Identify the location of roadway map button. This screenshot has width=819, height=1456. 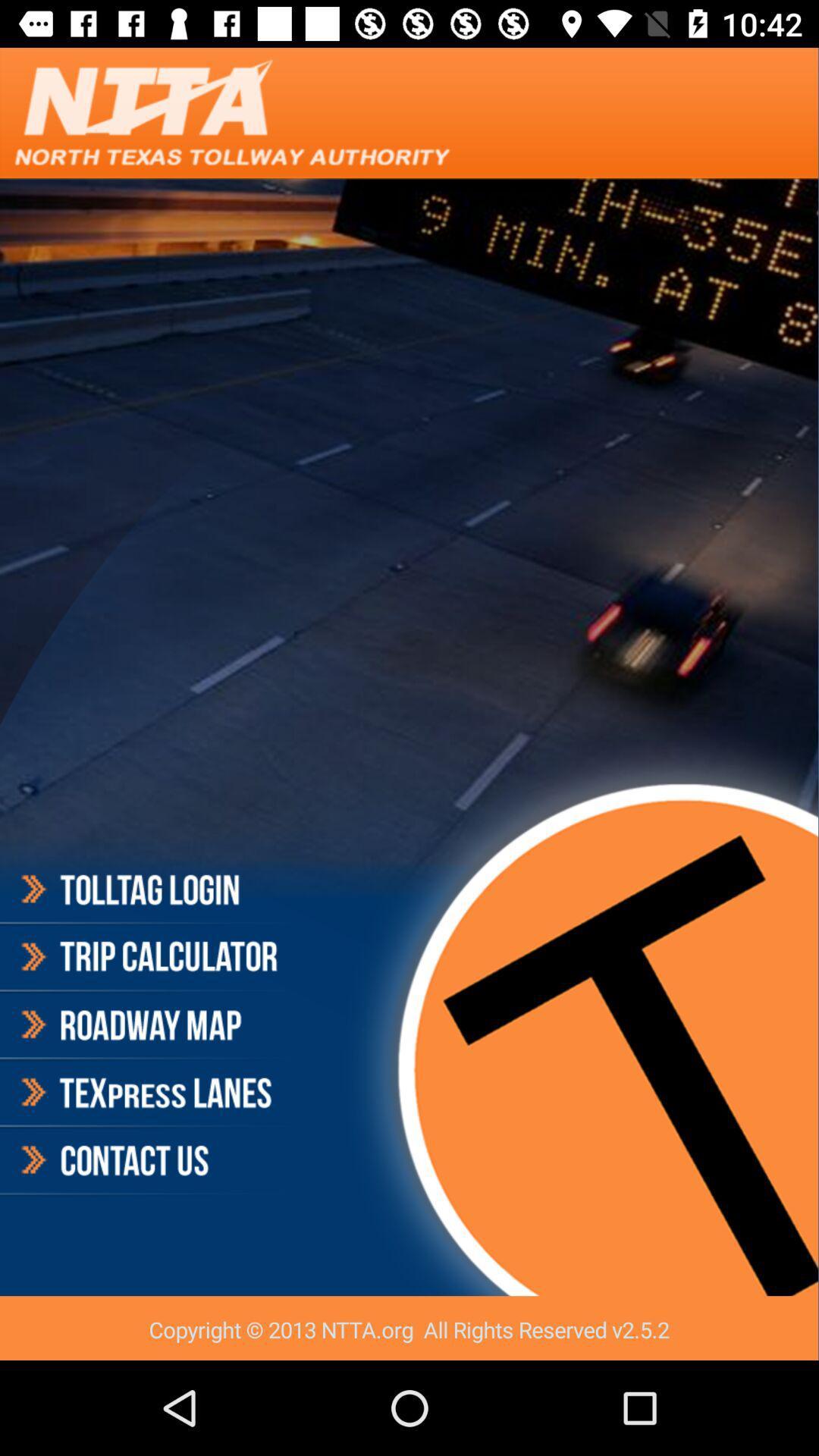
(147, 1025).